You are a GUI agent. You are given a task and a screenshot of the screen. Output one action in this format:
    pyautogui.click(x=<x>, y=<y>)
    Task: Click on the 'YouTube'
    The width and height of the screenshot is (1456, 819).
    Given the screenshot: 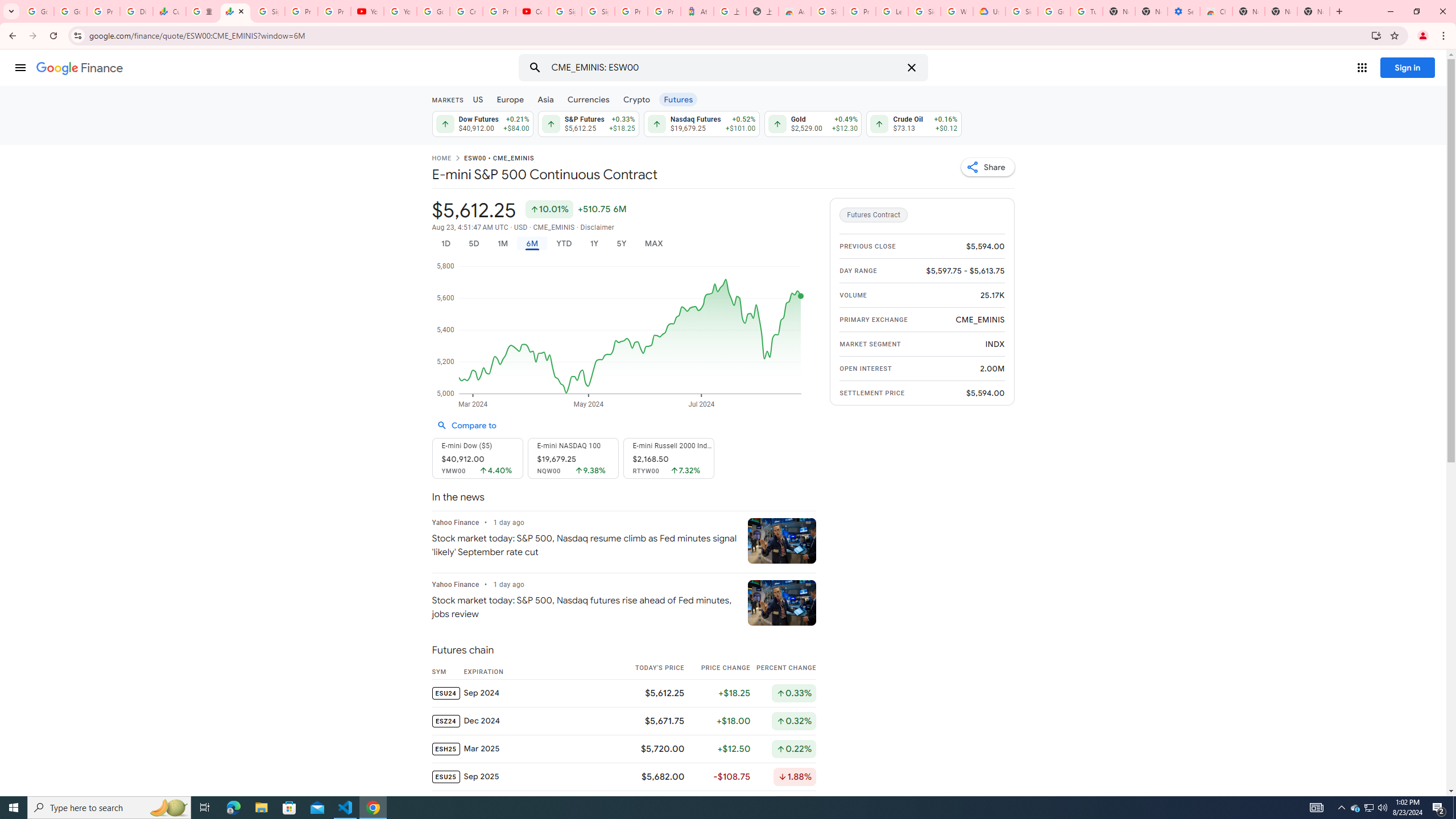 What is the action you would take?
    pyautogui.click(x=367, y=11)
    